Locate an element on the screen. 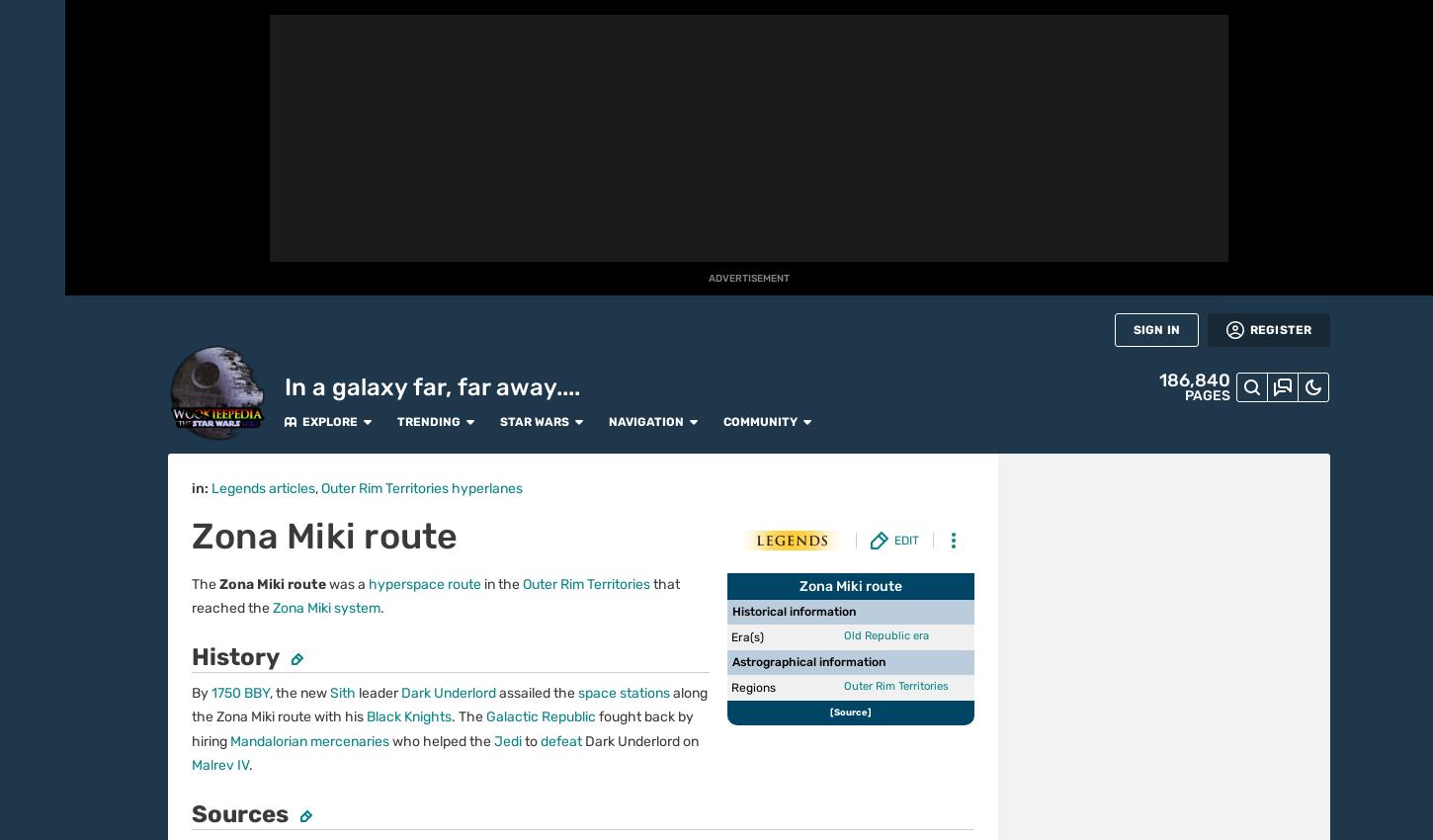 The width and height of the screenshot is (1433, 840). 'Wikis' is located at coordinates (33, 635).